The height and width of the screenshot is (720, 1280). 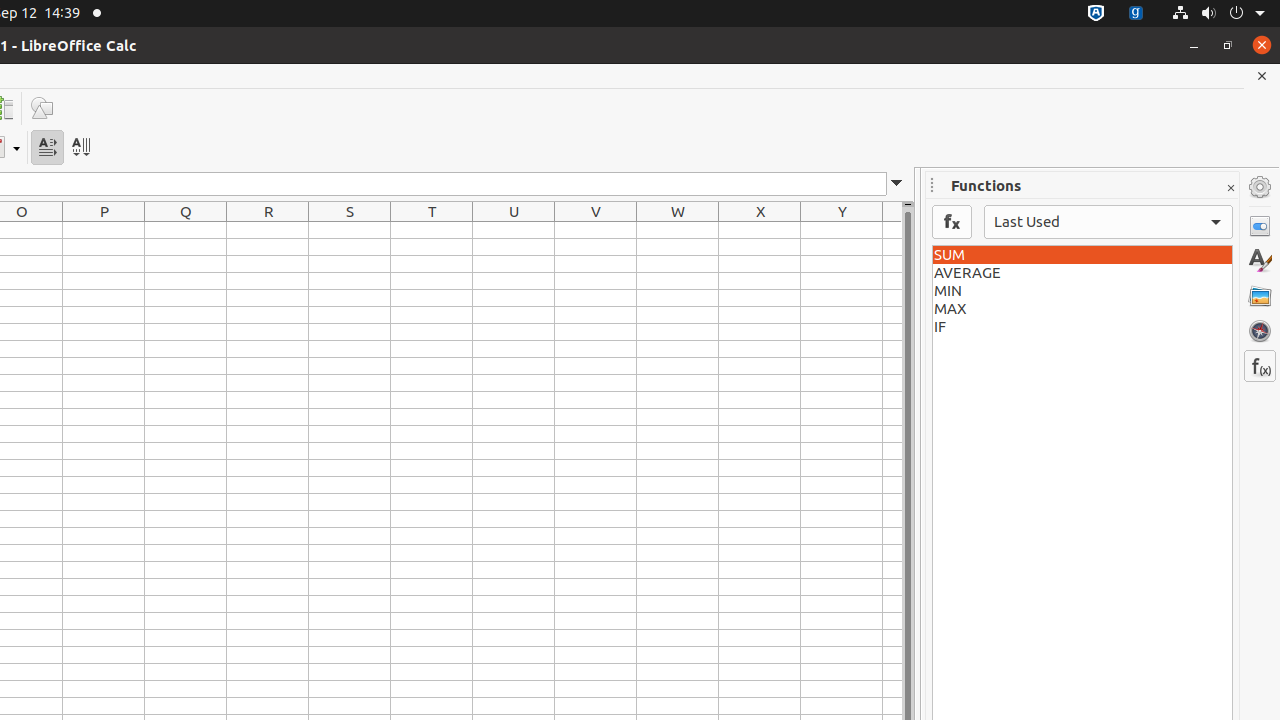 I want to click on 'SUM', so click(x=1081, y=254).